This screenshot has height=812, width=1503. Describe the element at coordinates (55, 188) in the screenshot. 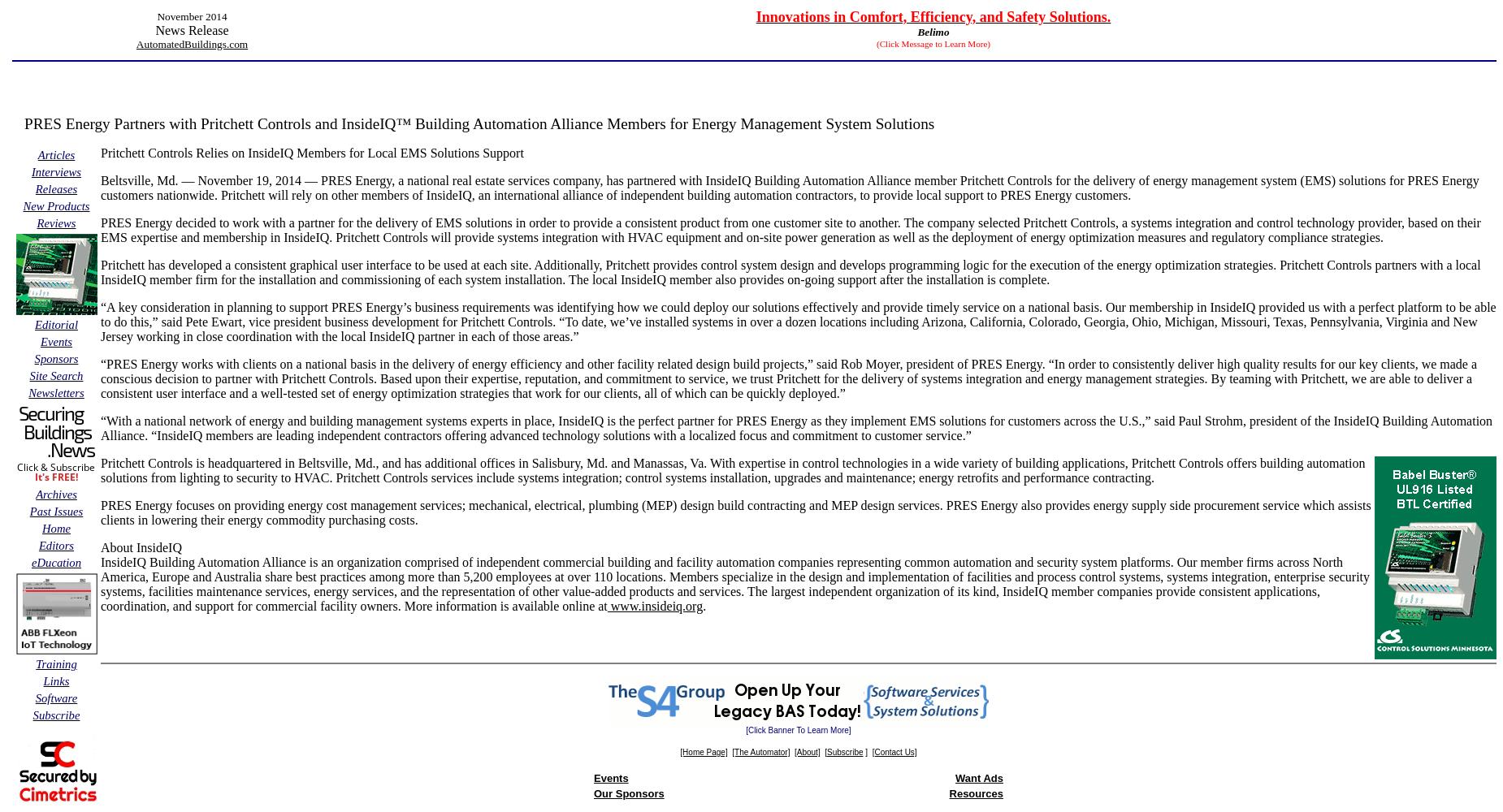

I see `'Releases'` at that location.